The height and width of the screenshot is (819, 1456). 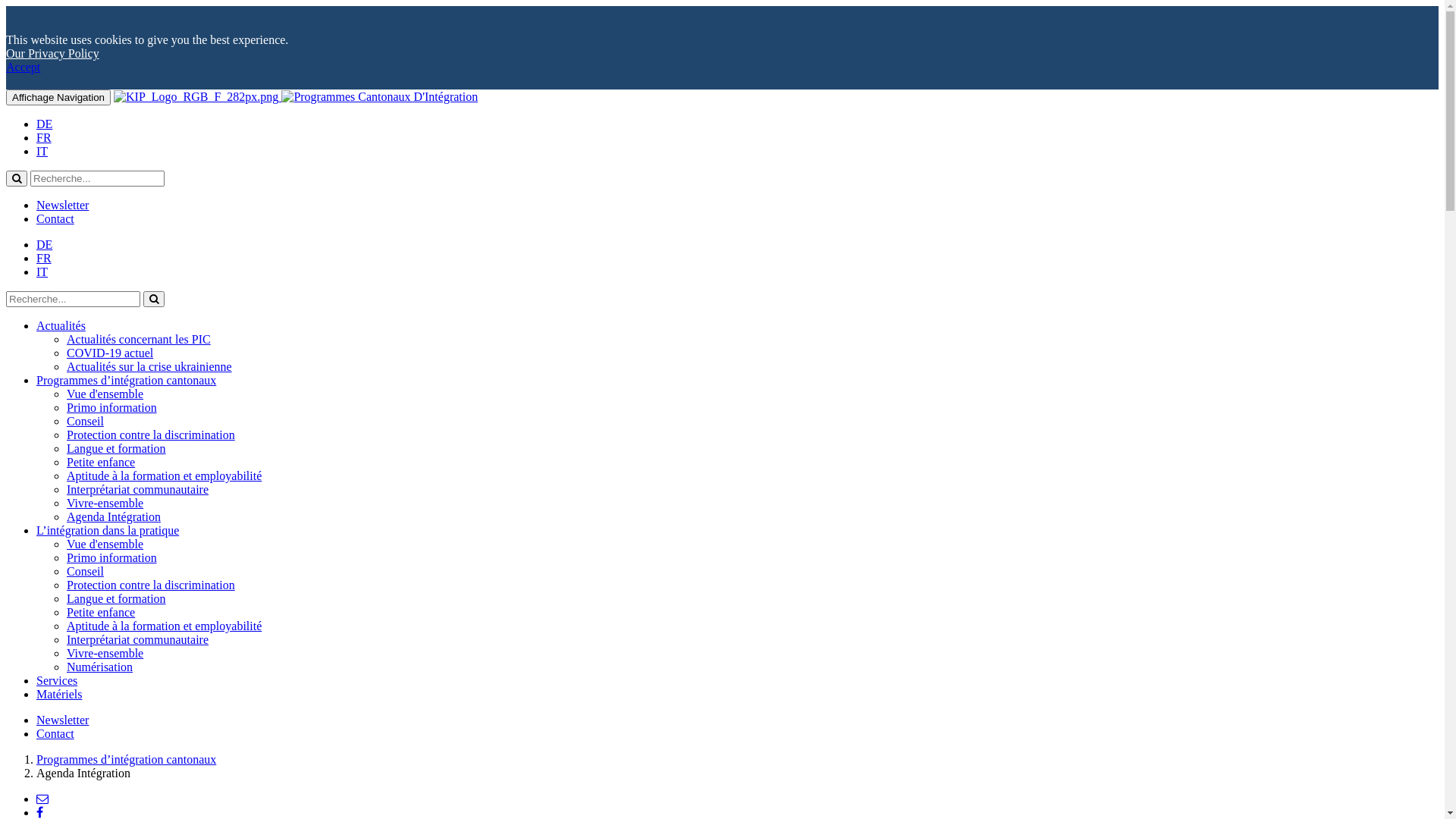 I want to click on 'FR', so click(x=43, y=137).